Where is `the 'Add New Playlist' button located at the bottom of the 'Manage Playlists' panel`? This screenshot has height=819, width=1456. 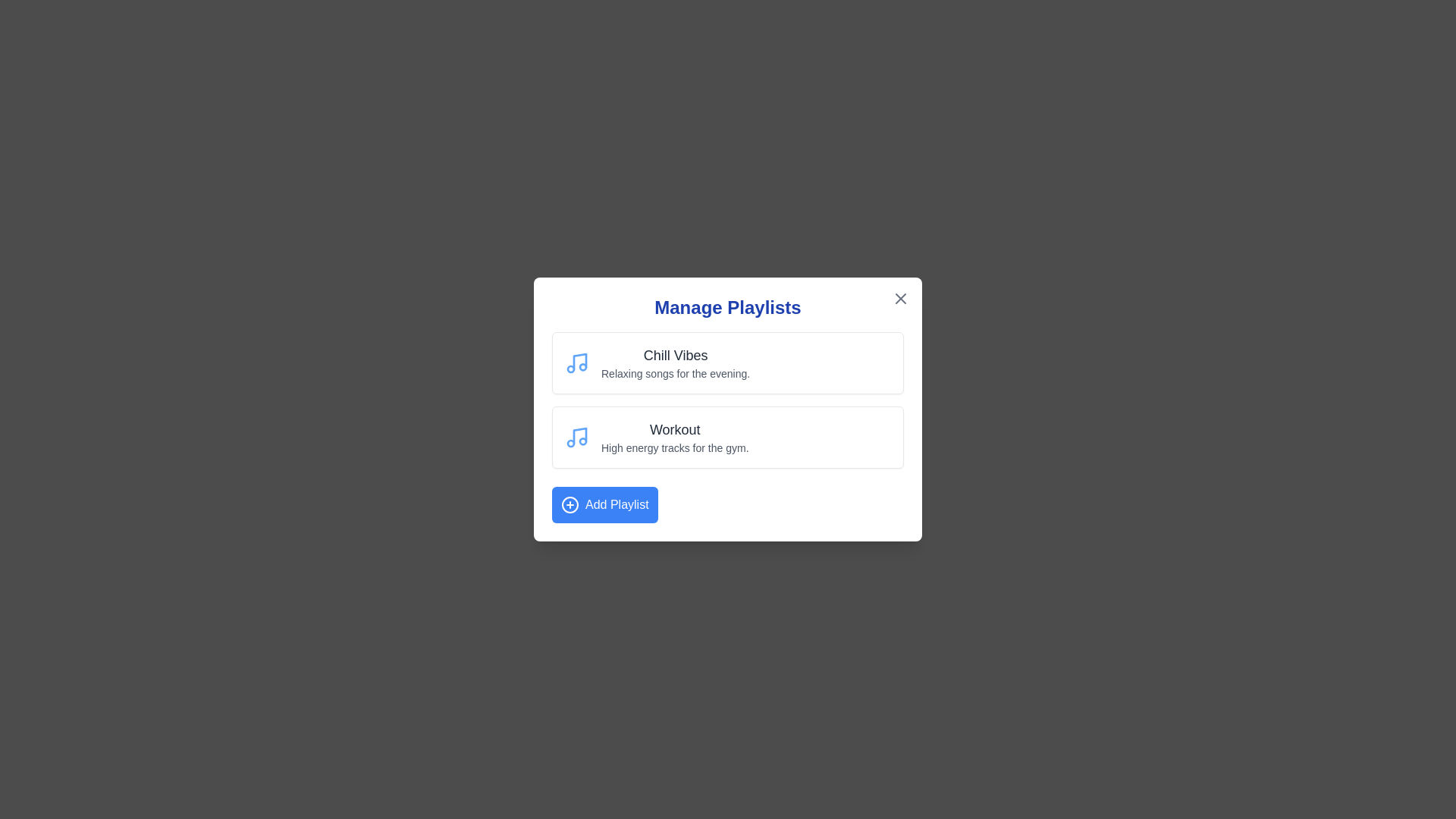 the 'Add New Playlist' button located at the bottom of the 'Manage Playlists' panel is located at coordinates (604, 505).